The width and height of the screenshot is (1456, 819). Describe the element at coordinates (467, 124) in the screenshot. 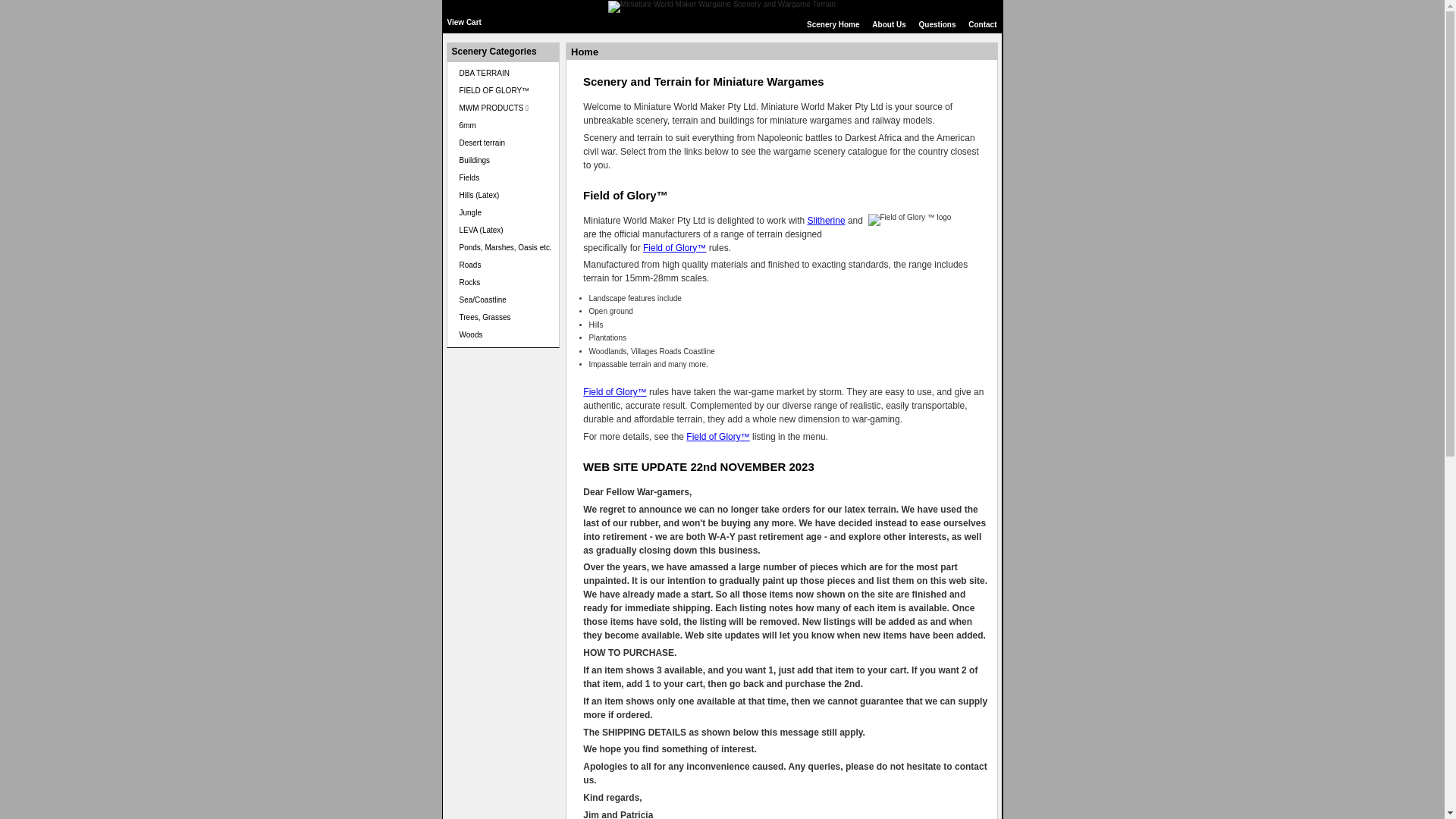

I see `'6mm'` at that location.